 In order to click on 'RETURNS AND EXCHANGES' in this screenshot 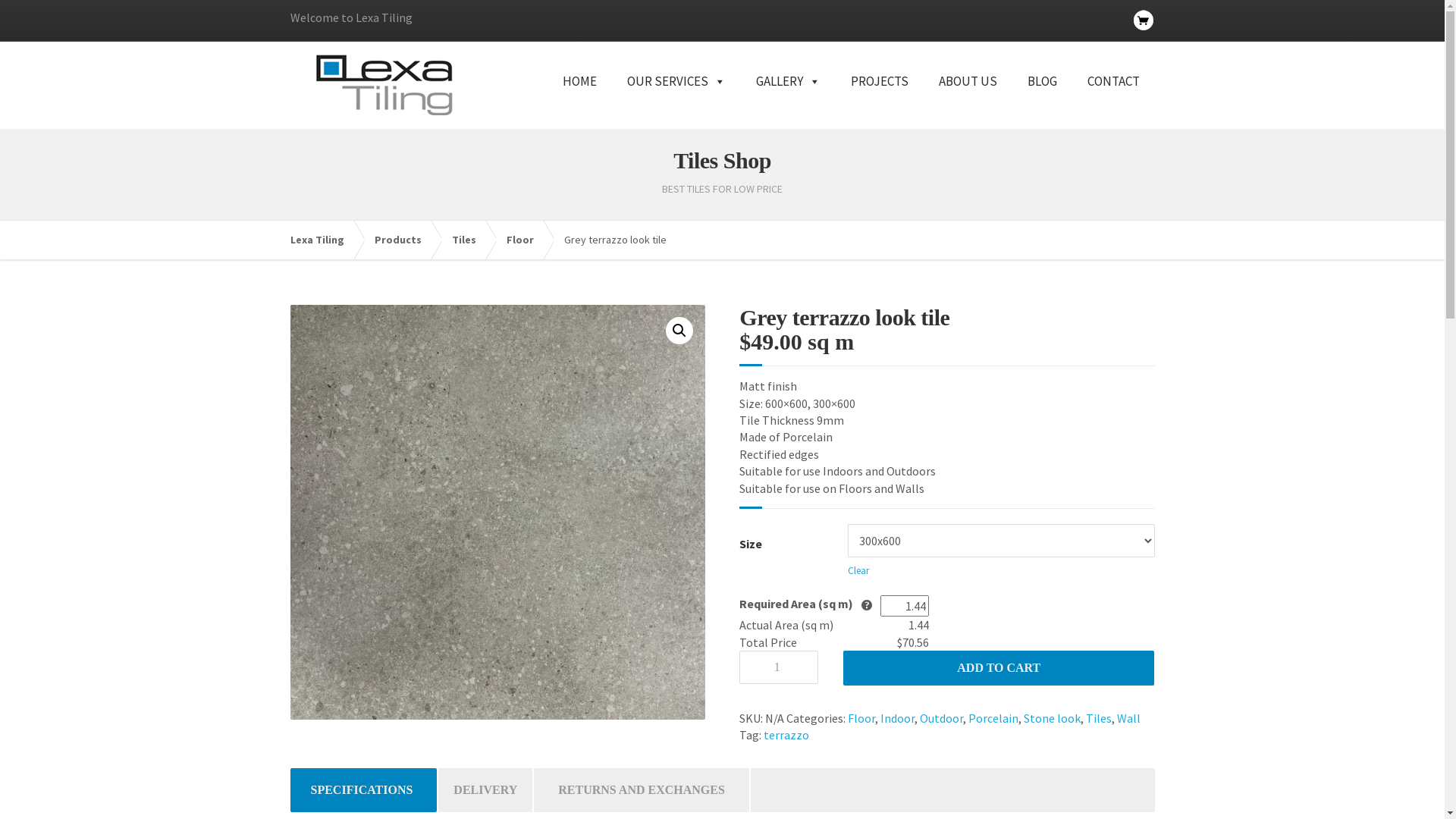, I will do `click(641, 789)`.